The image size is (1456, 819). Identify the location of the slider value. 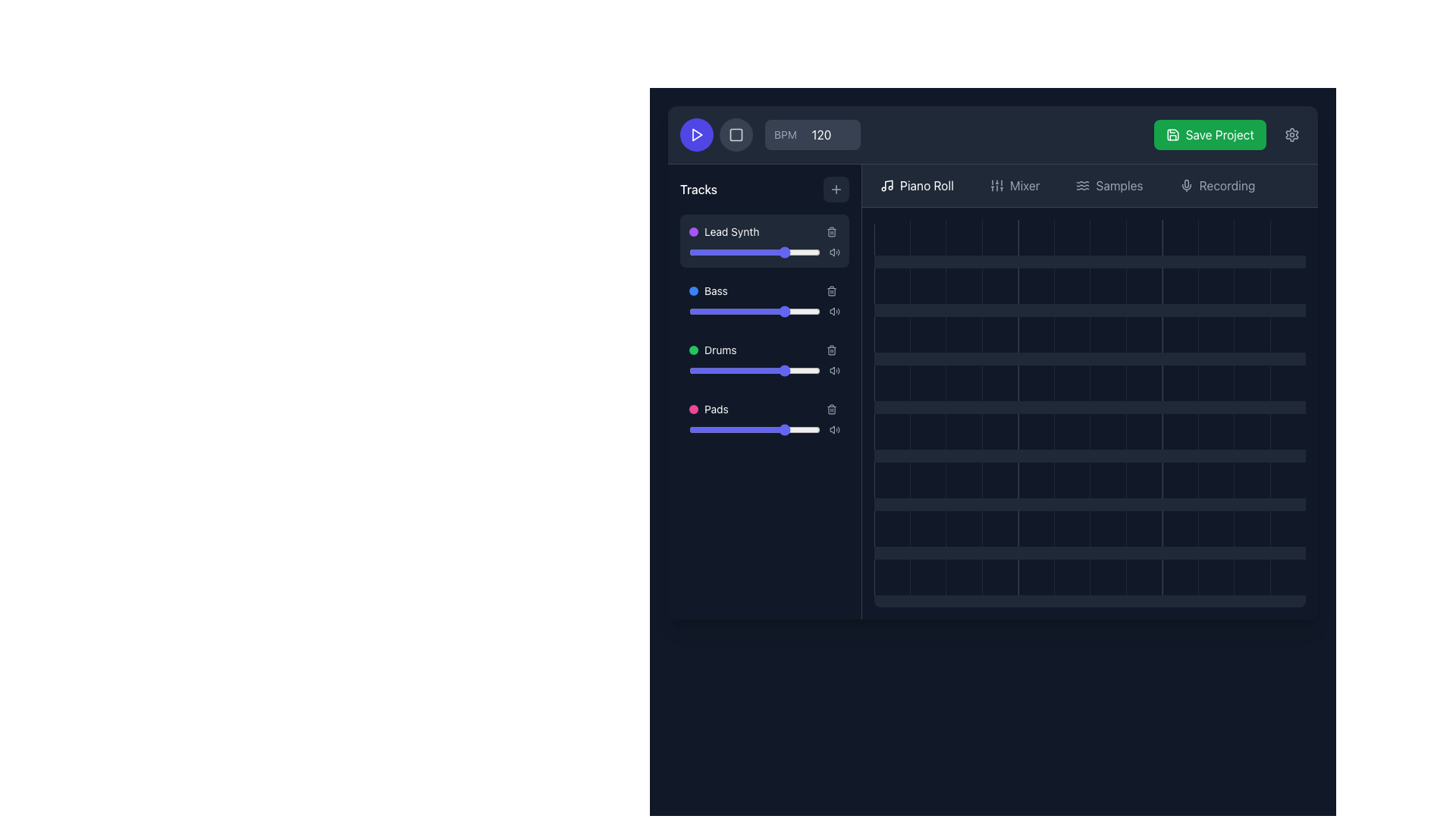
(726, 311).